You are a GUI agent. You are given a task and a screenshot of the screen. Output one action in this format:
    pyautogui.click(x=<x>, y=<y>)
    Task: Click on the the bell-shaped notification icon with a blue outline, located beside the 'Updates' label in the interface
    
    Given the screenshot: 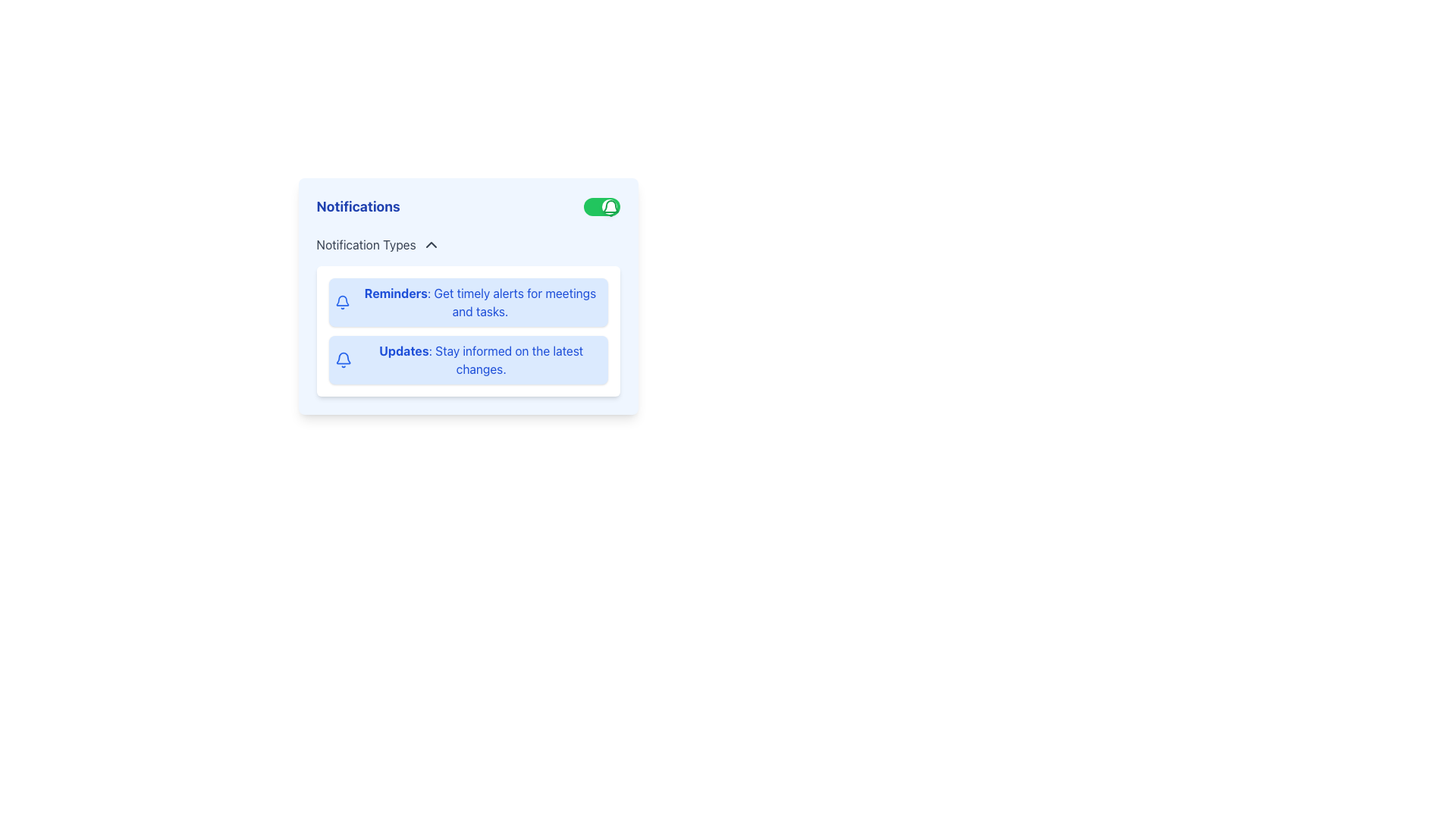 What is the action you would take?
    pyautogui.click(x=342, y=359)
    